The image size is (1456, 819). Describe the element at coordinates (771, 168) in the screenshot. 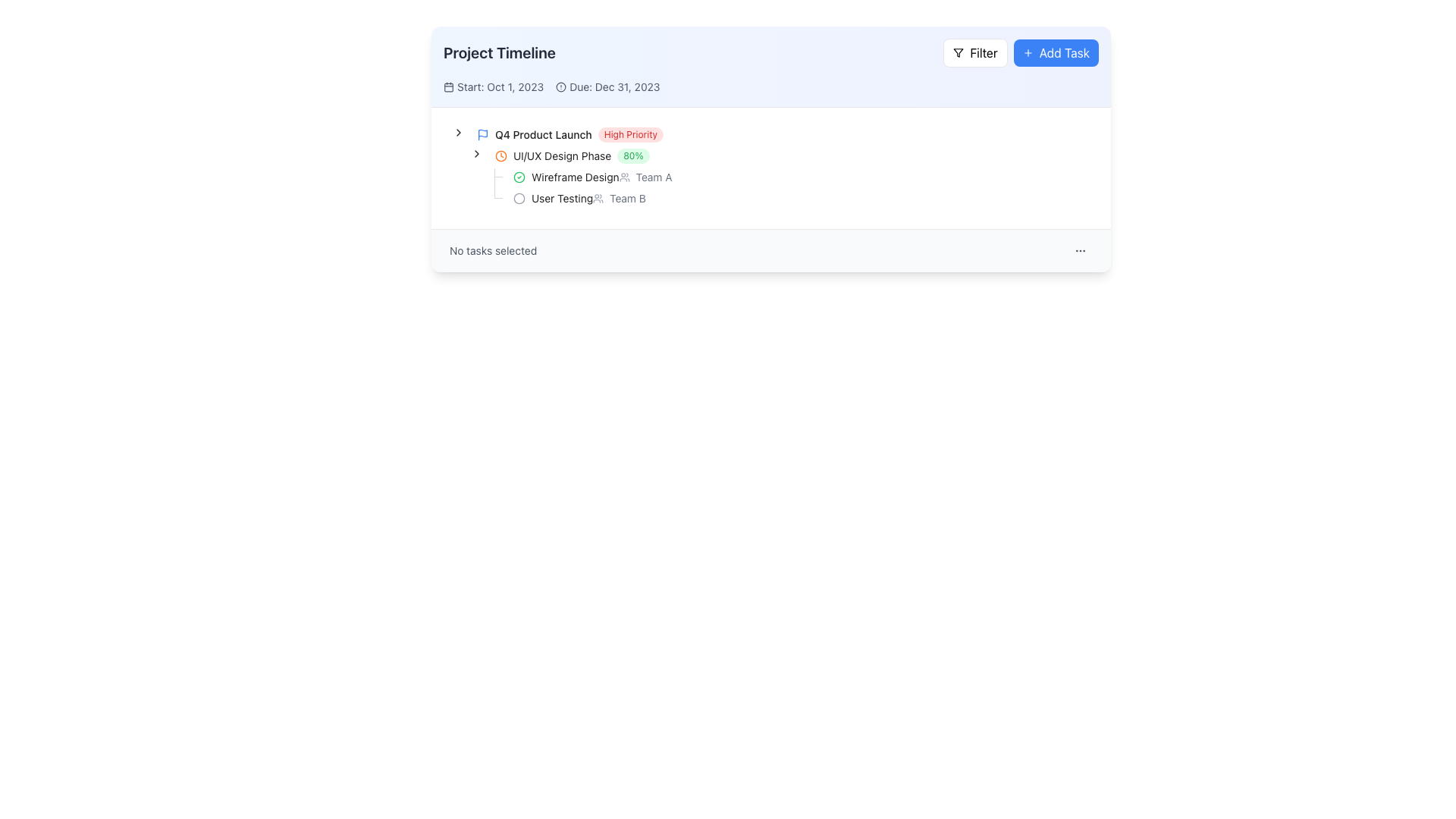

I see `the entries in the multi-line hierarchical tree structure displaying the project plan or timeline for additional information` at that location.